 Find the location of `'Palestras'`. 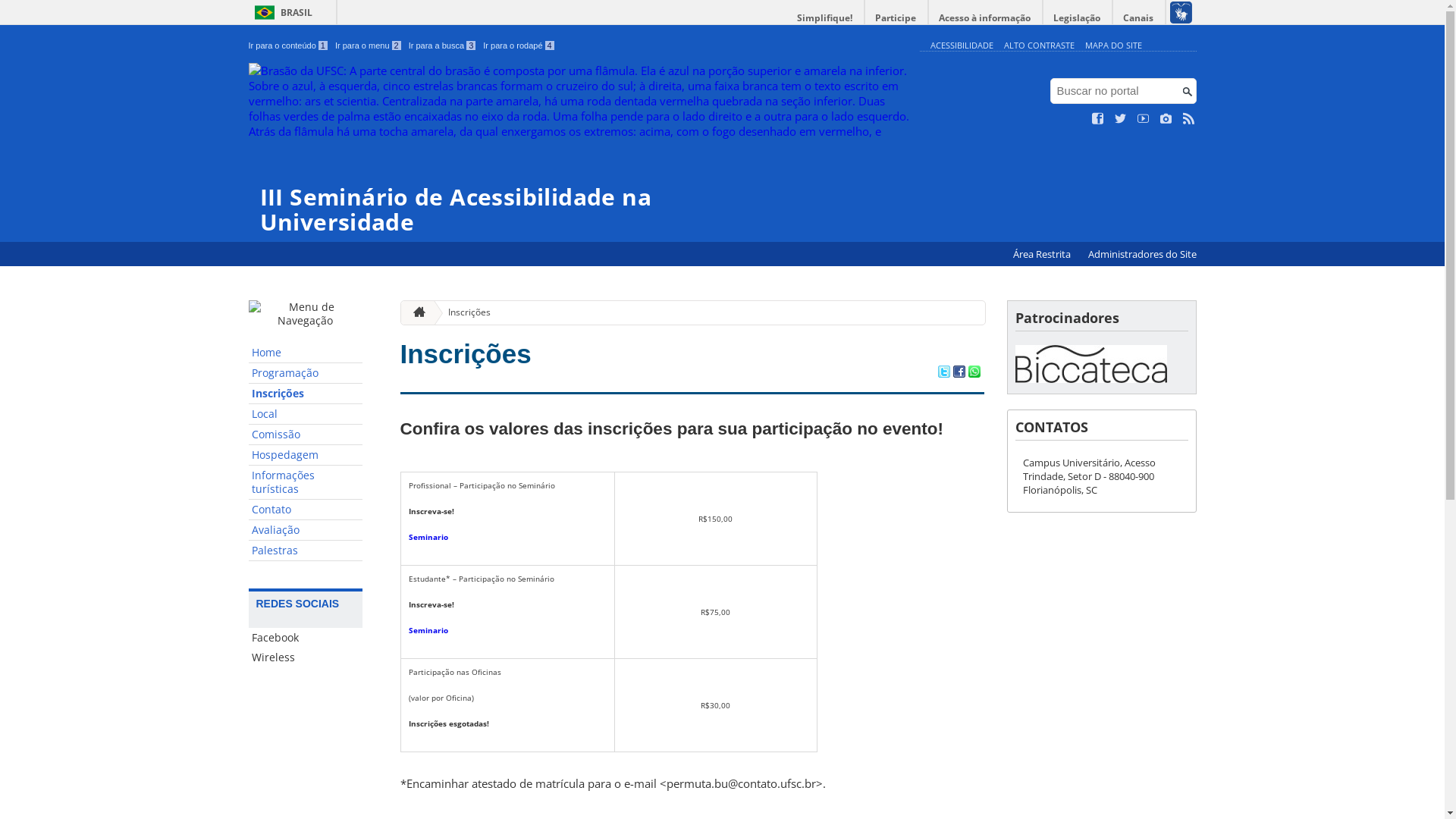

'Palestras' is located at coordinates (305, 551).